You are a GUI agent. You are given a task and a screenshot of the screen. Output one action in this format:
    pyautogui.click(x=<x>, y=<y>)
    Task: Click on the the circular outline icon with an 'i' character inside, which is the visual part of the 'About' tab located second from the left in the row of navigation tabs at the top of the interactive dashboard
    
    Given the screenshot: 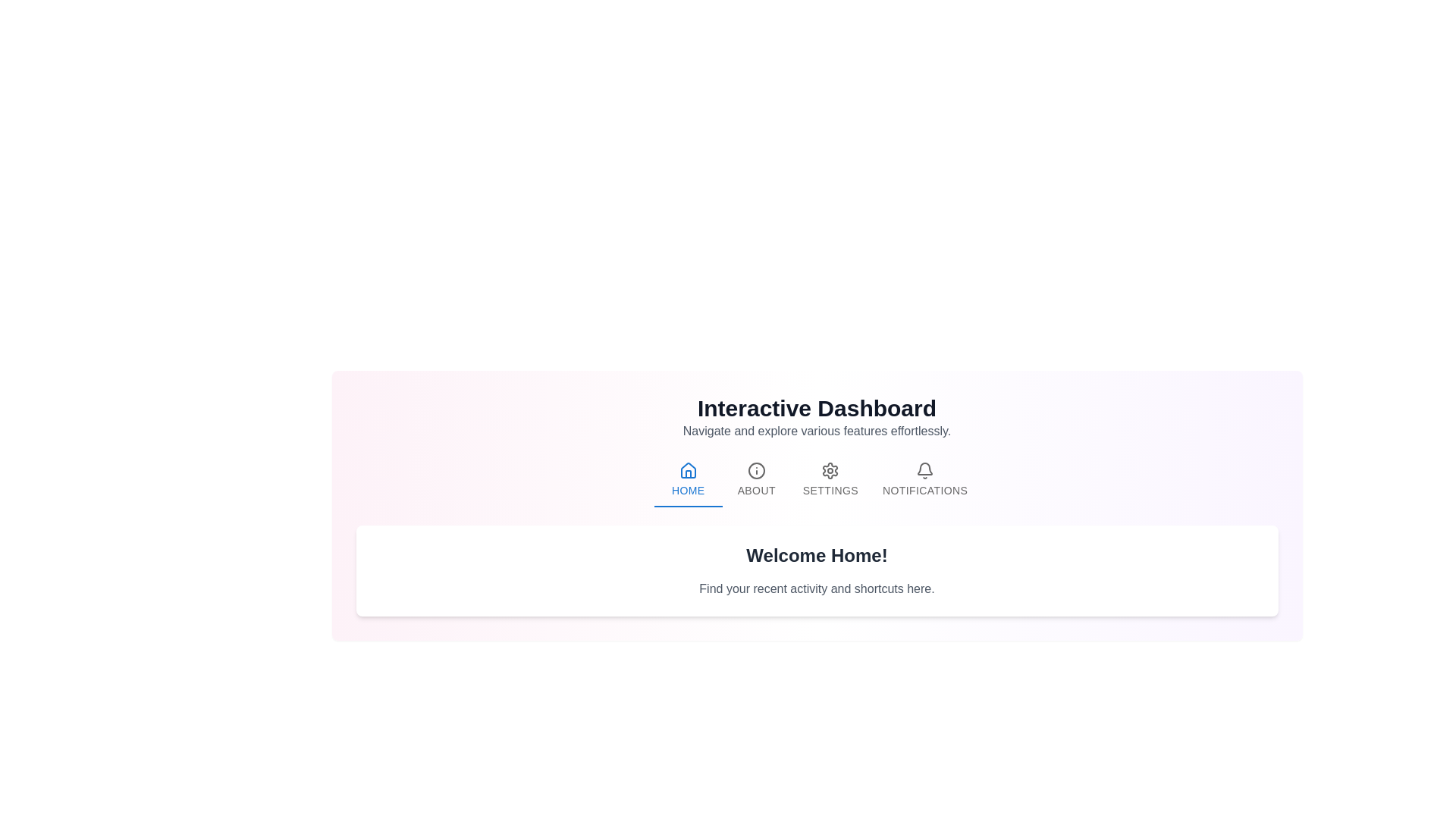 What is the action you would take?
    pyautogui.click(x=756, y=470)
    